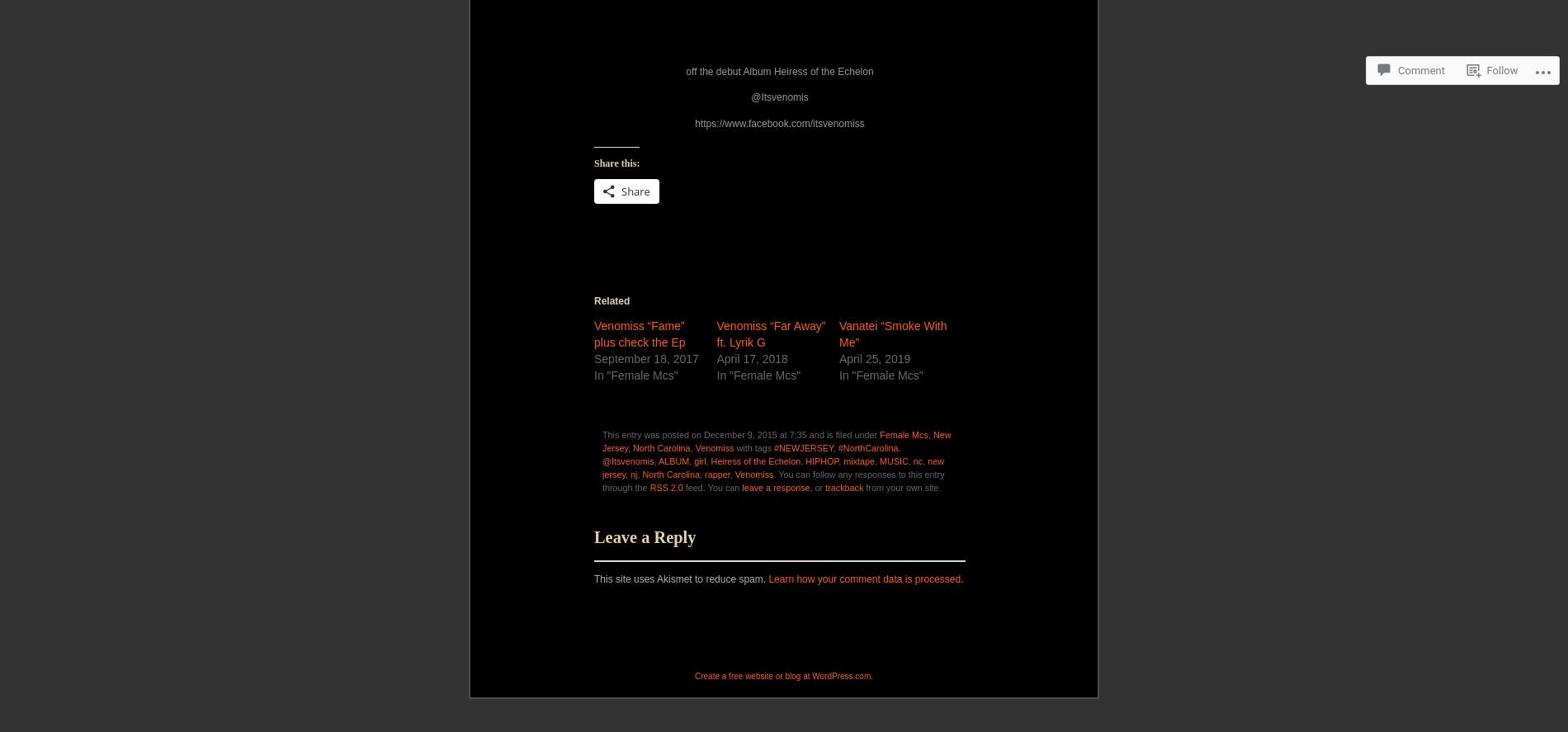 This screenshot has height=732, width=1568. Describe the element at coordinates (680, 712) in the screenshot. I see `'This site uses Akismet to reduce spam.'` at that location.